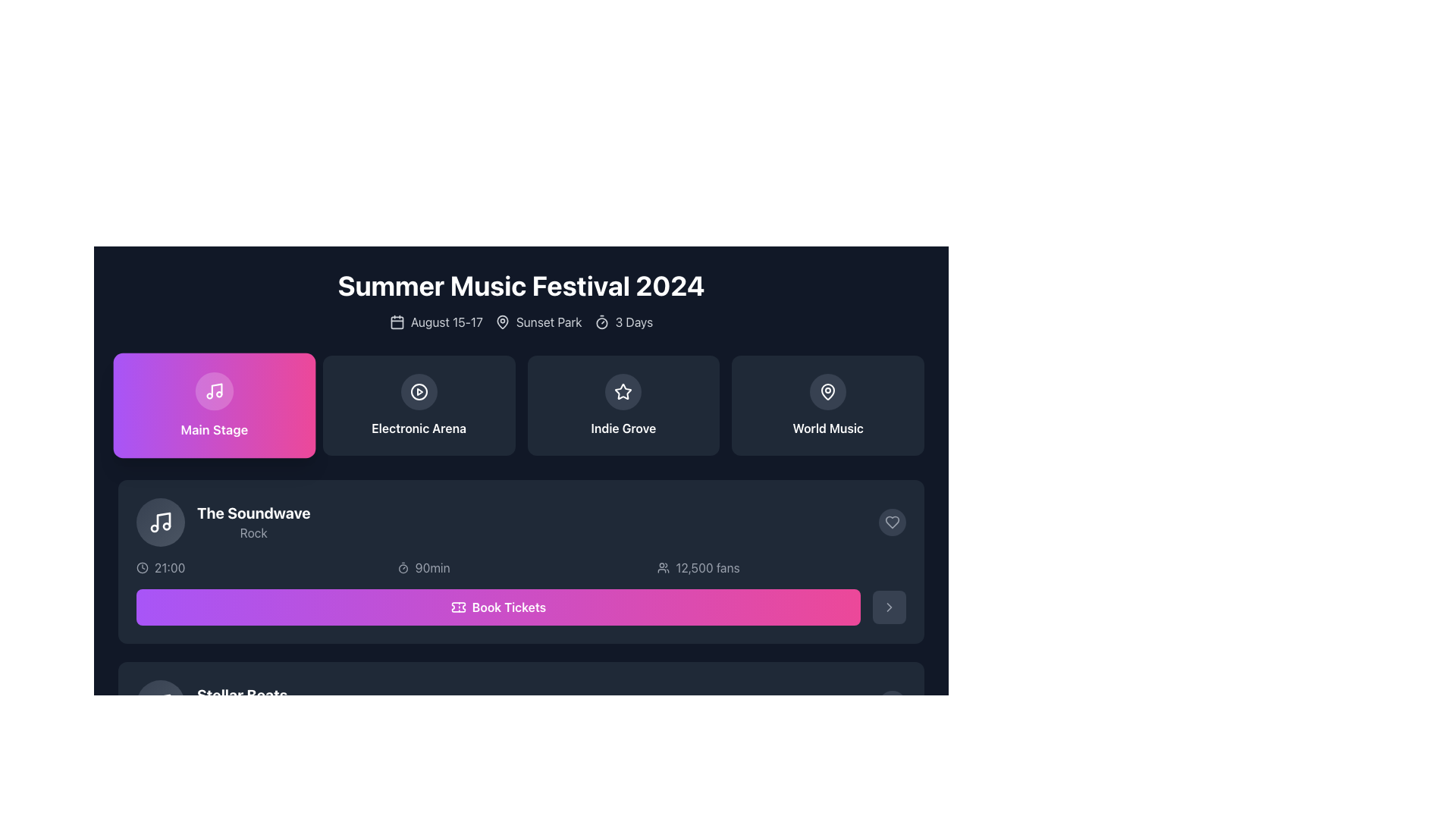 This screenshot has height=819, width=1456. Describe the element at coordinates (538, 321) in the screenshot. I see `text element labeled 'Sunset Park', which indicates the location of an event within the Summer Music Festival 2024 interface` at that location.